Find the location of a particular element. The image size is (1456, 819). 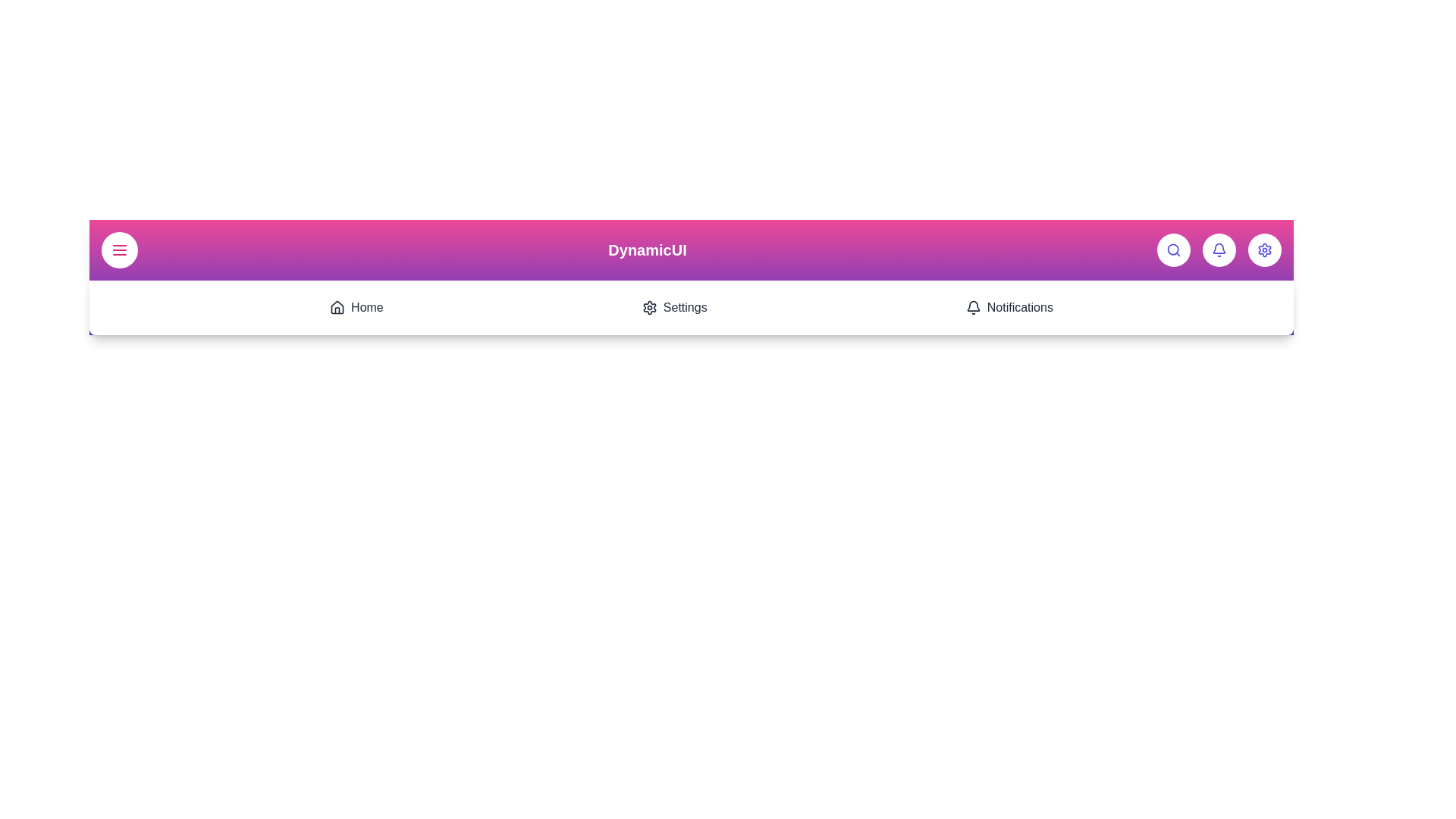

the 'Notifications' menu item is located at coordinates (1009, 307).